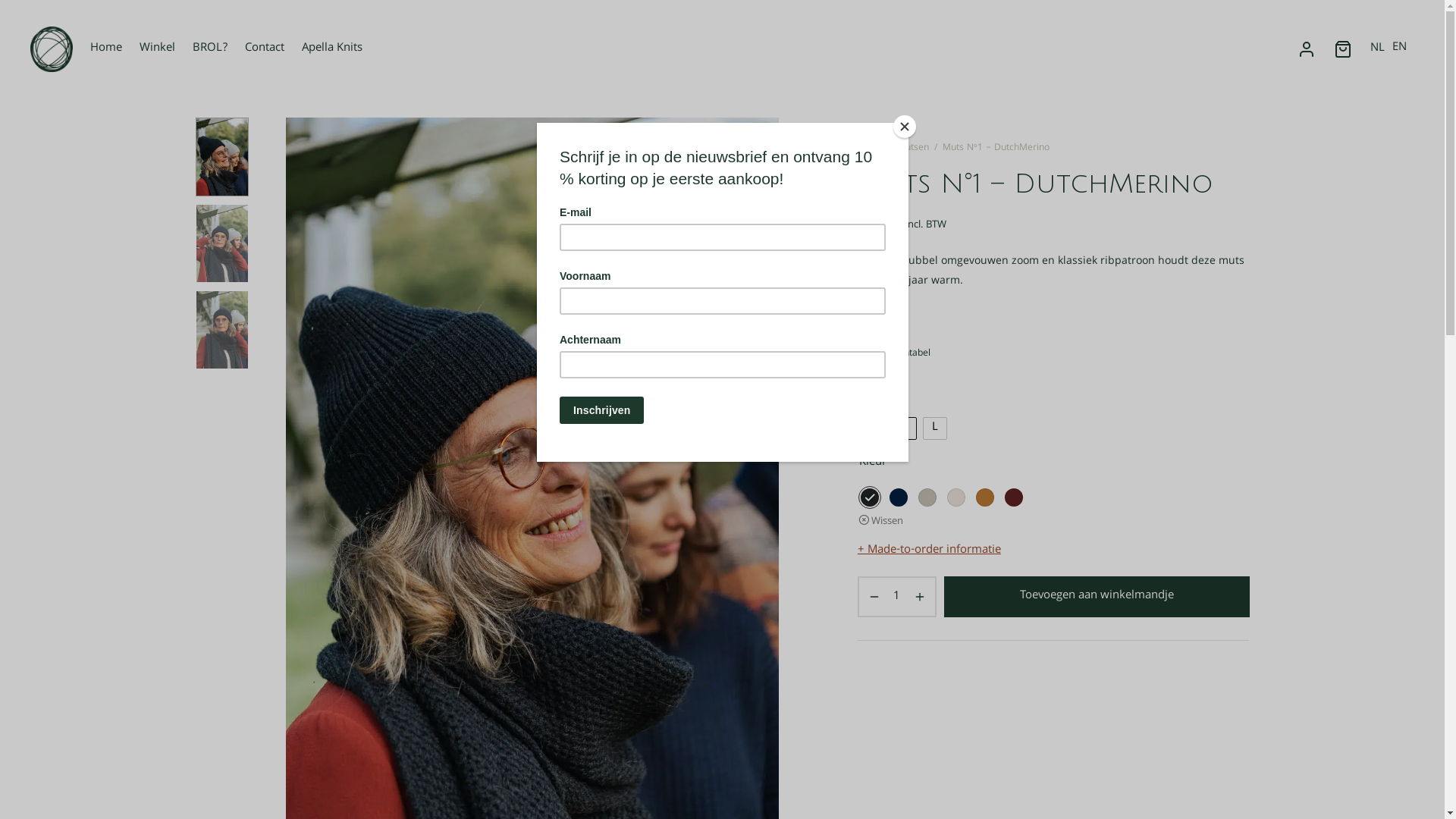 The image size is (1456, 819). Describe the element at coordinates (985, 497) in the screenshot. I see `'Okergeel'` at that location.